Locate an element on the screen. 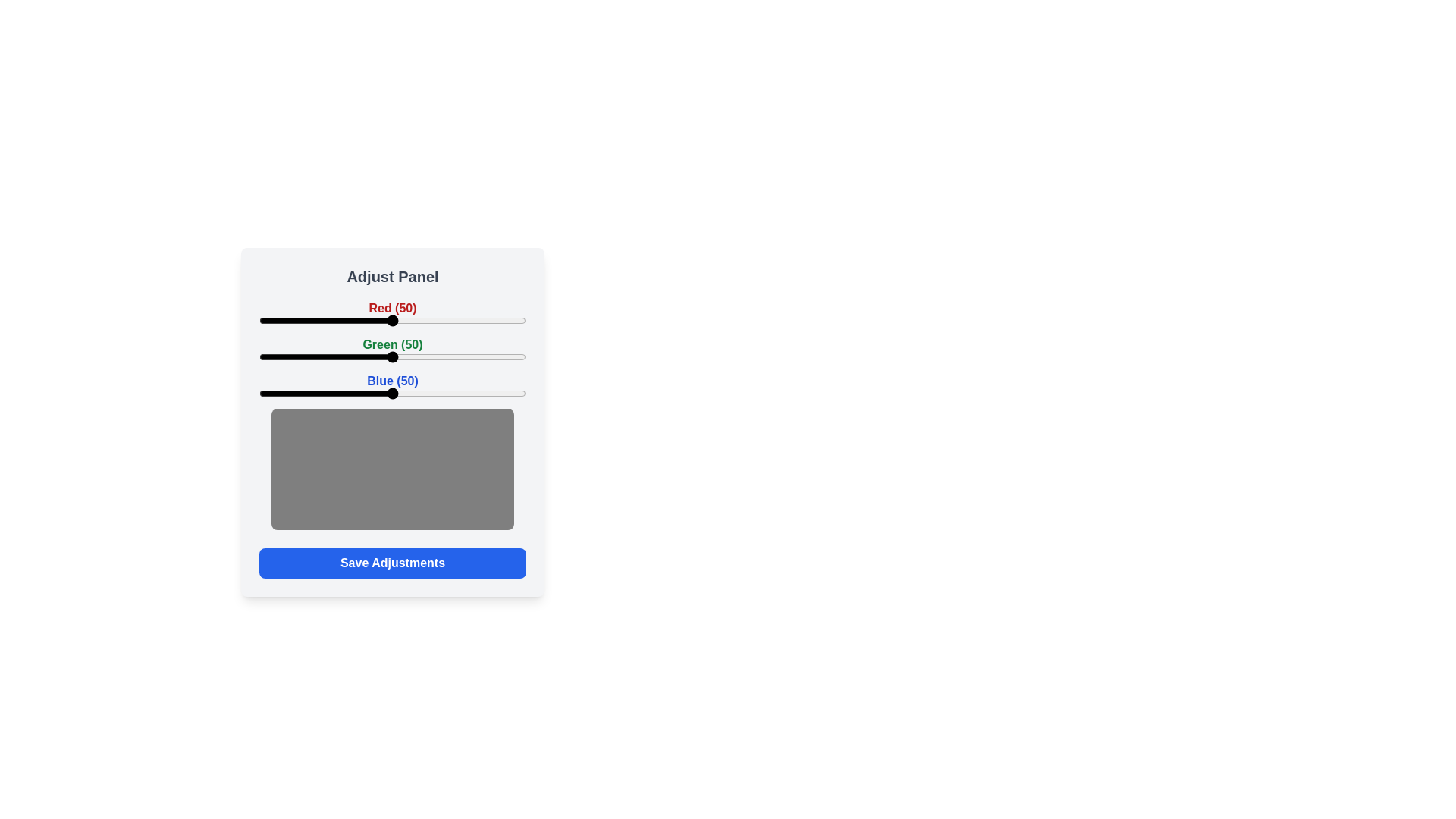  the blue slider to 99 percent is located at coordinates (523, 393).